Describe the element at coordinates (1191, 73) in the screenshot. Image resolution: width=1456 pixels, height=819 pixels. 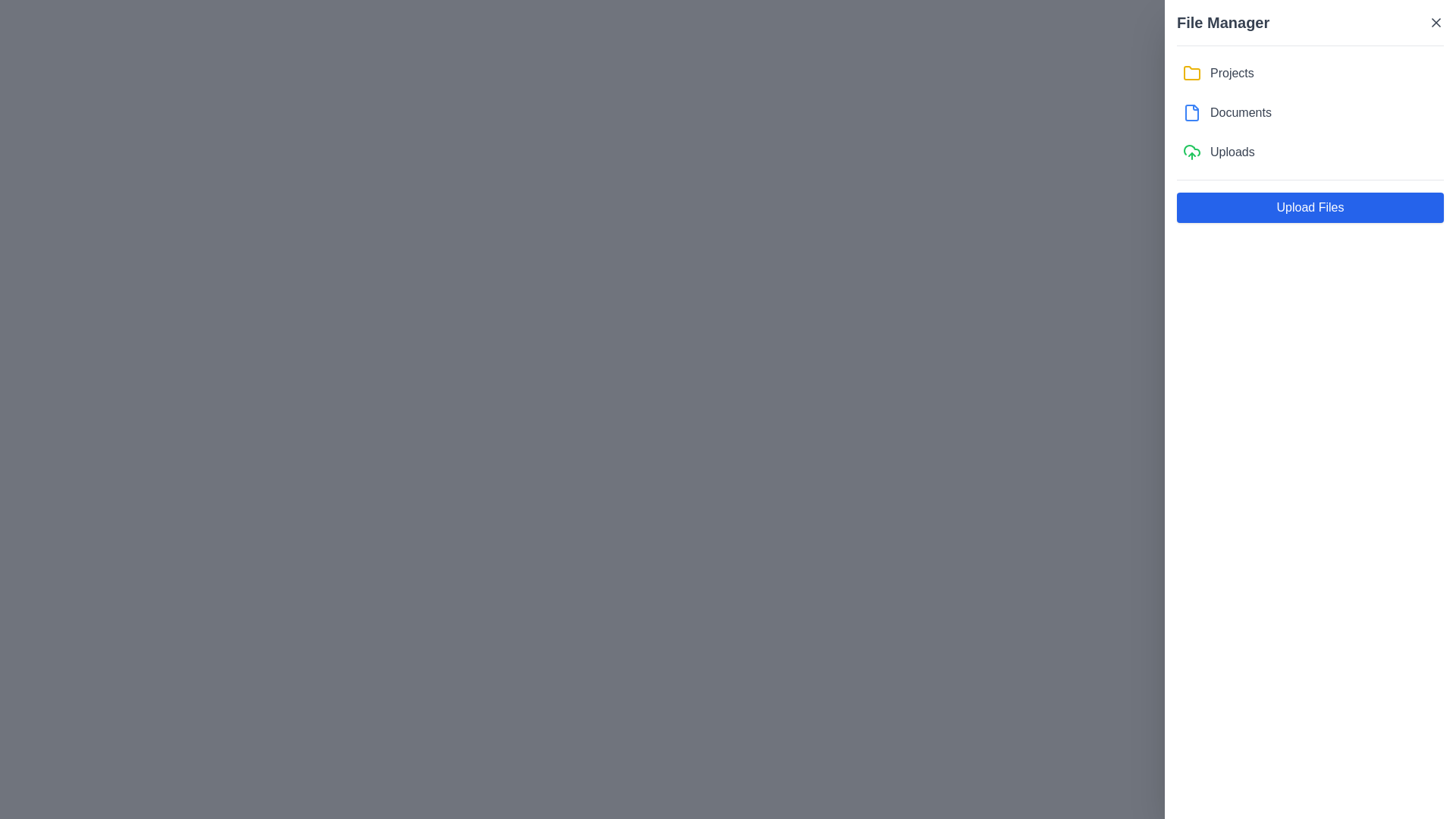
I see `the 'Projects' icon in the file manager sidebar` at that location.